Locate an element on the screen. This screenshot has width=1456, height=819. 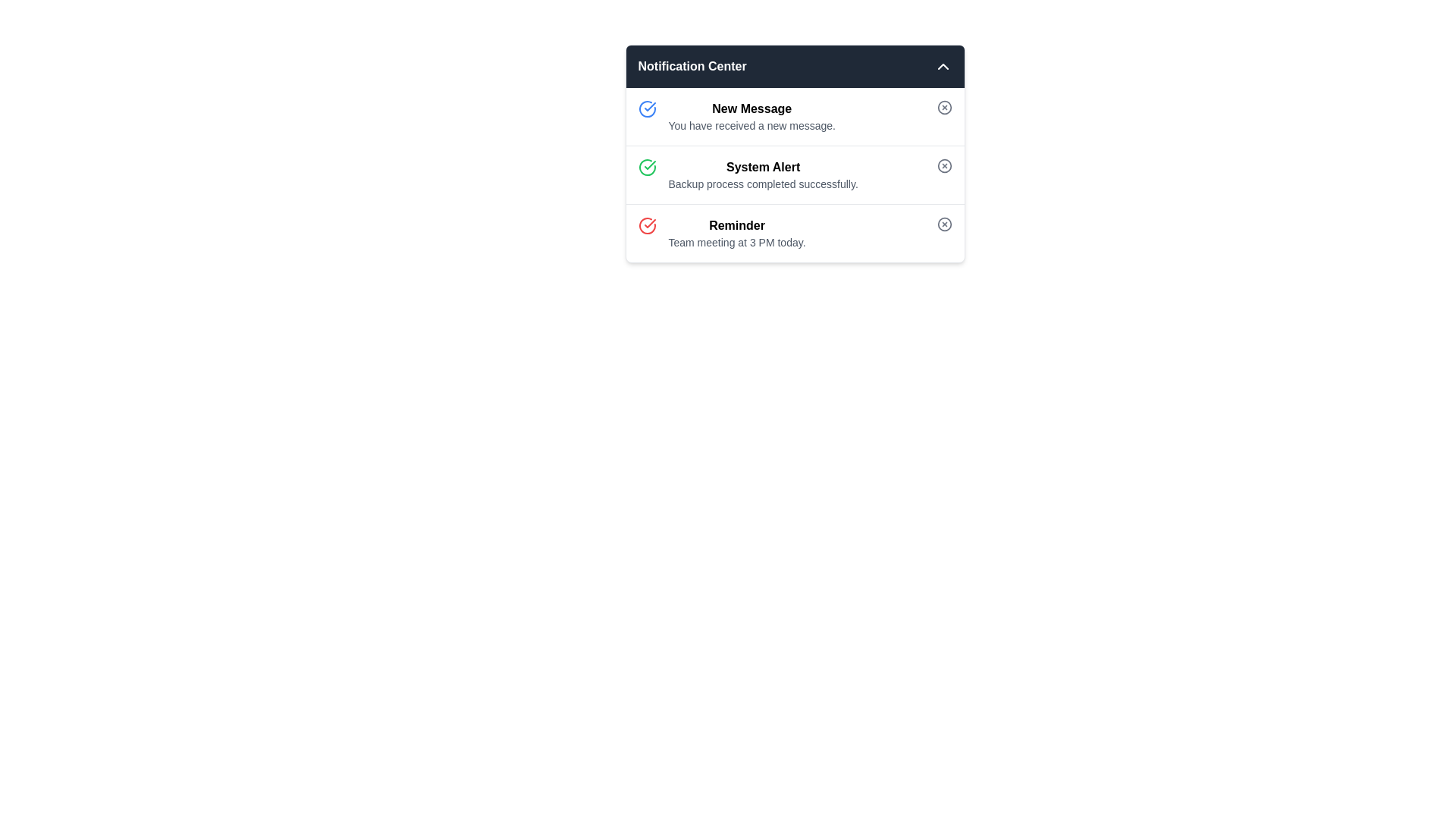
the Text Label in the 'Reminder' section of the 'Notification Center' pane that provides details about the reminder notification is located at coordinates (737, 242).